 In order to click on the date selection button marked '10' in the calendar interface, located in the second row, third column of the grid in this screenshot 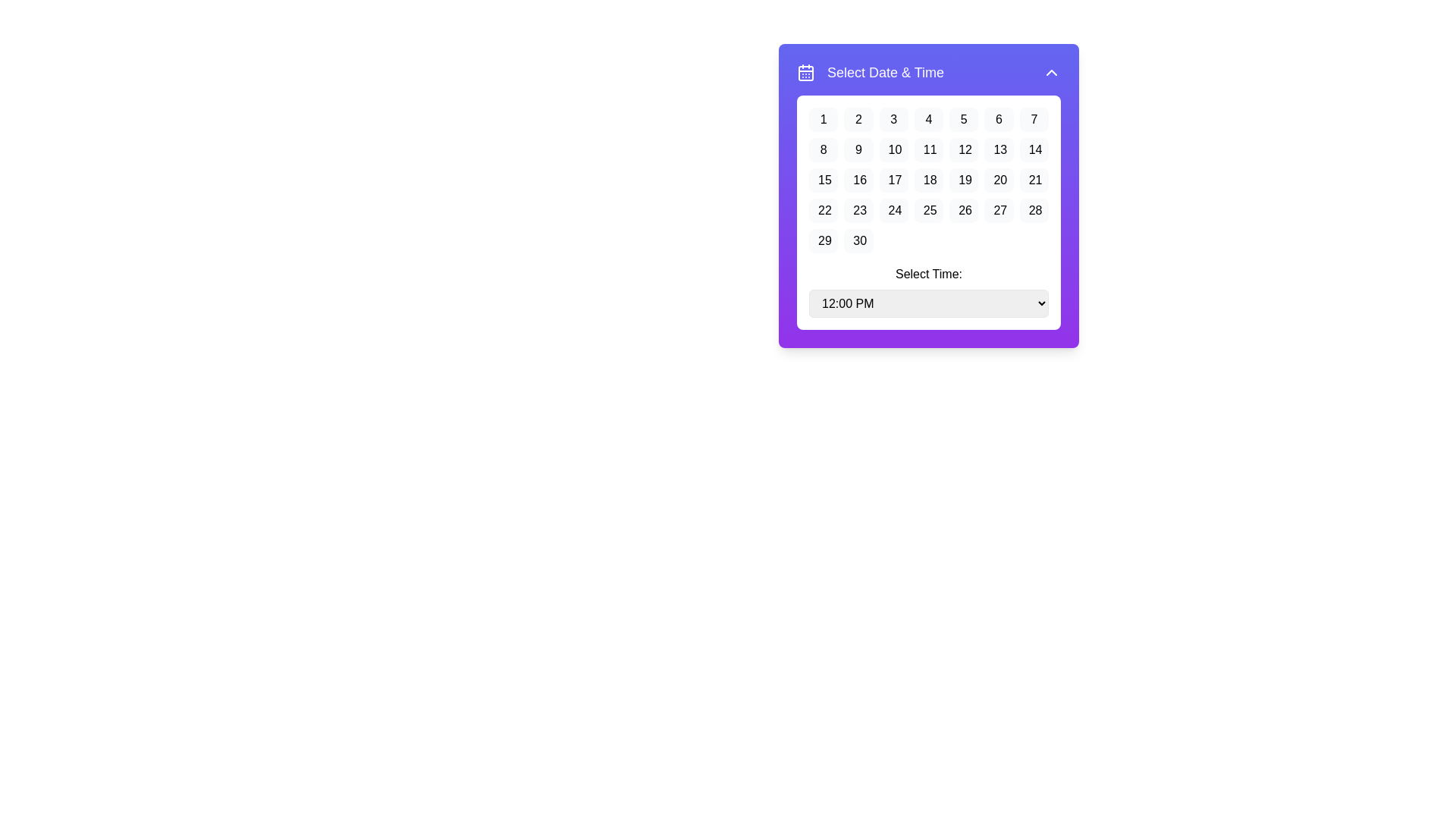, I will do `click(893, 149)`.